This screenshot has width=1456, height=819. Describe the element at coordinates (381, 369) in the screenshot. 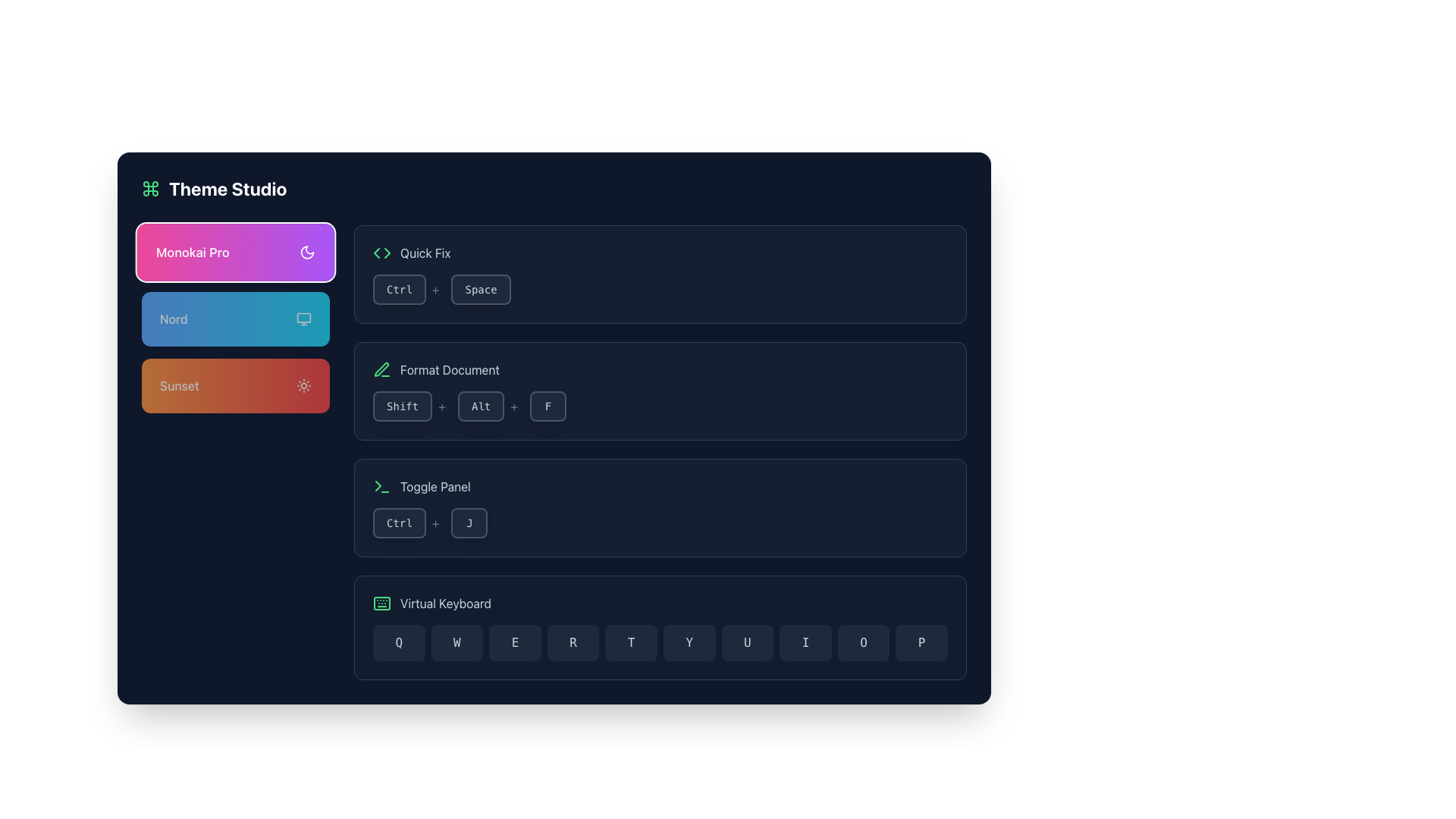

I see `the pen icon located in the top-left menu under the 'Monokai Pro' theme selection` at that location.